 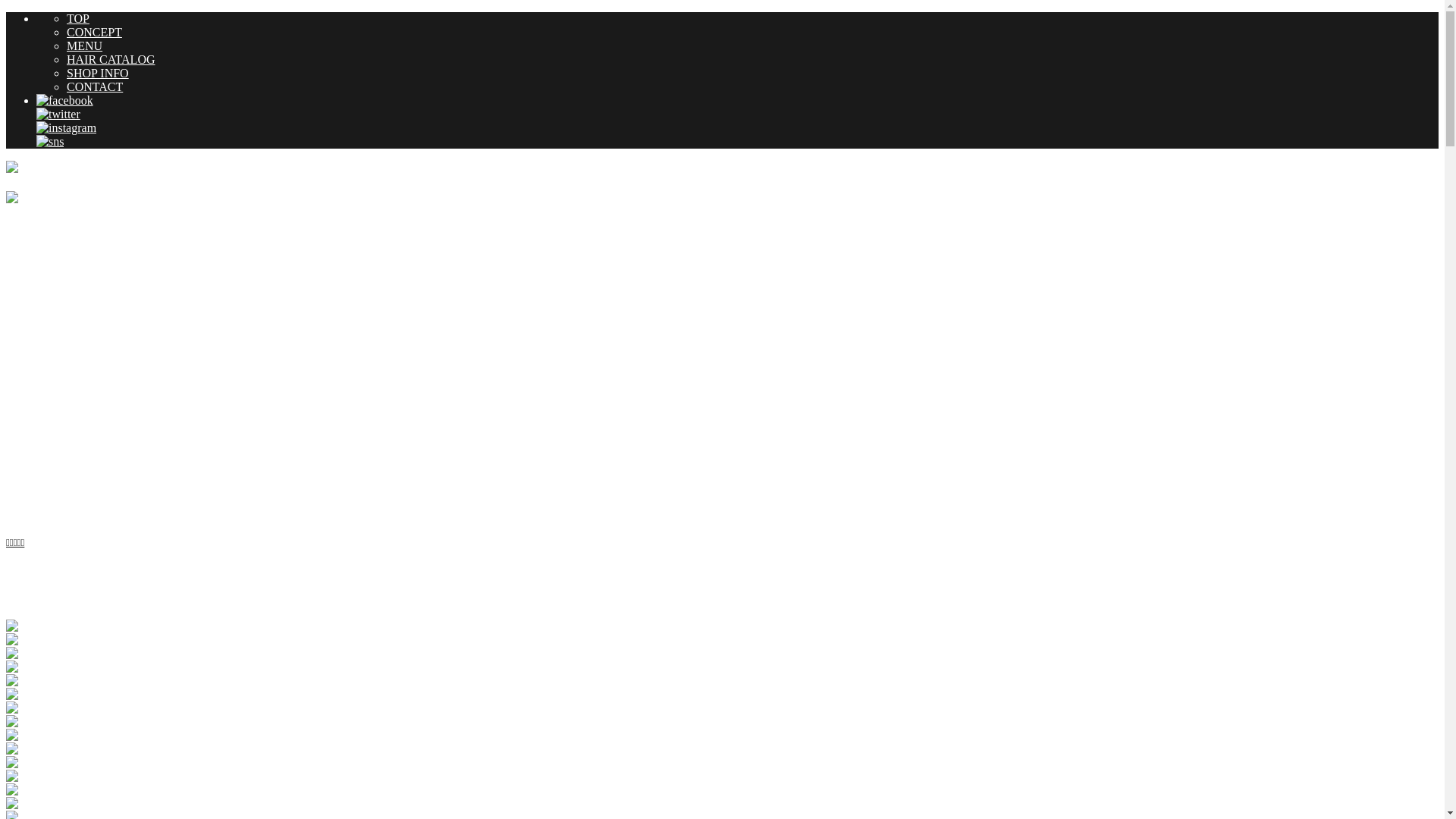 I want to click on 'MENU', so click(x=83, y=45).